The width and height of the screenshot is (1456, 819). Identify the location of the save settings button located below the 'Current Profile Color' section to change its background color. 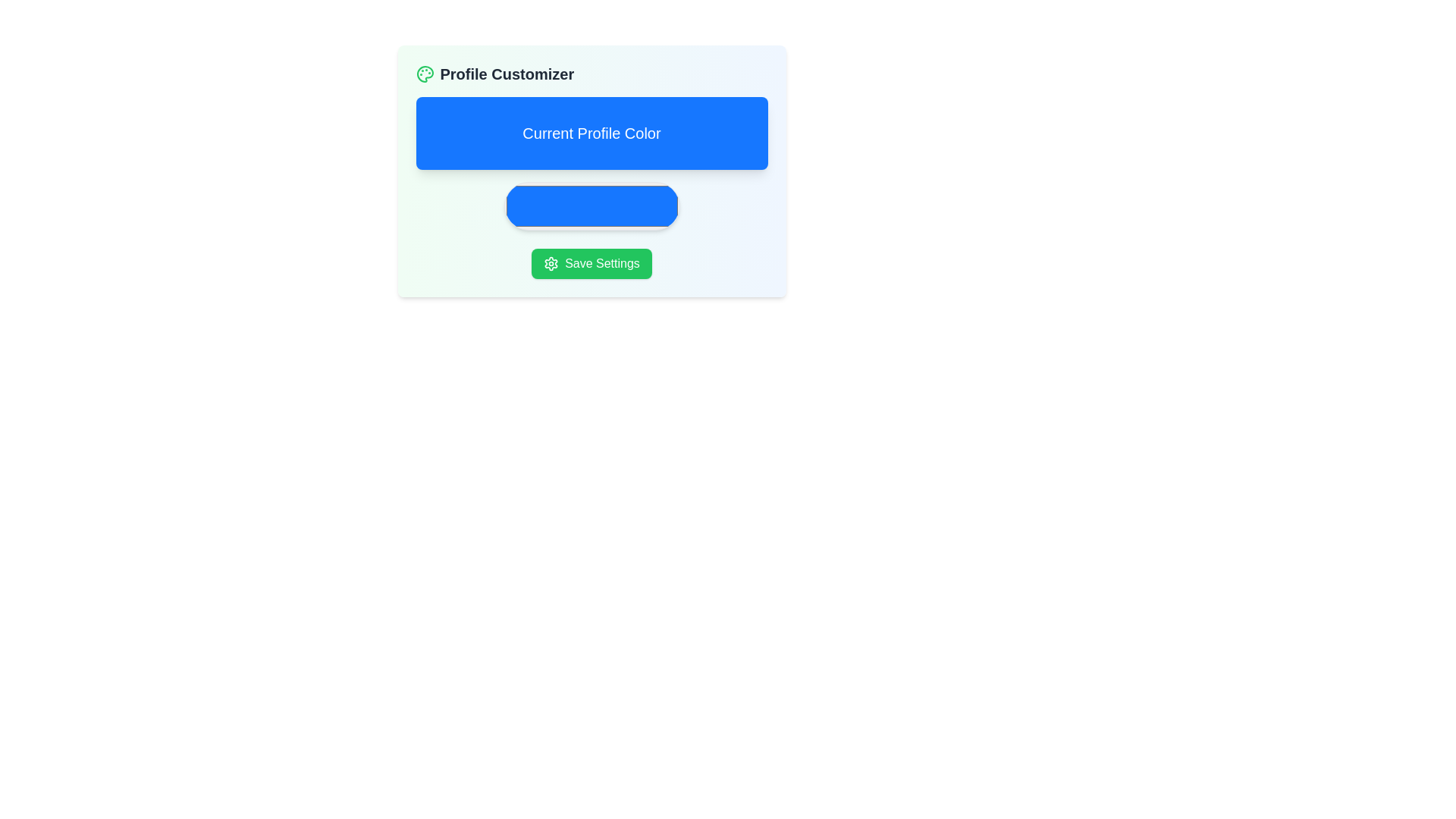
(591, 262).